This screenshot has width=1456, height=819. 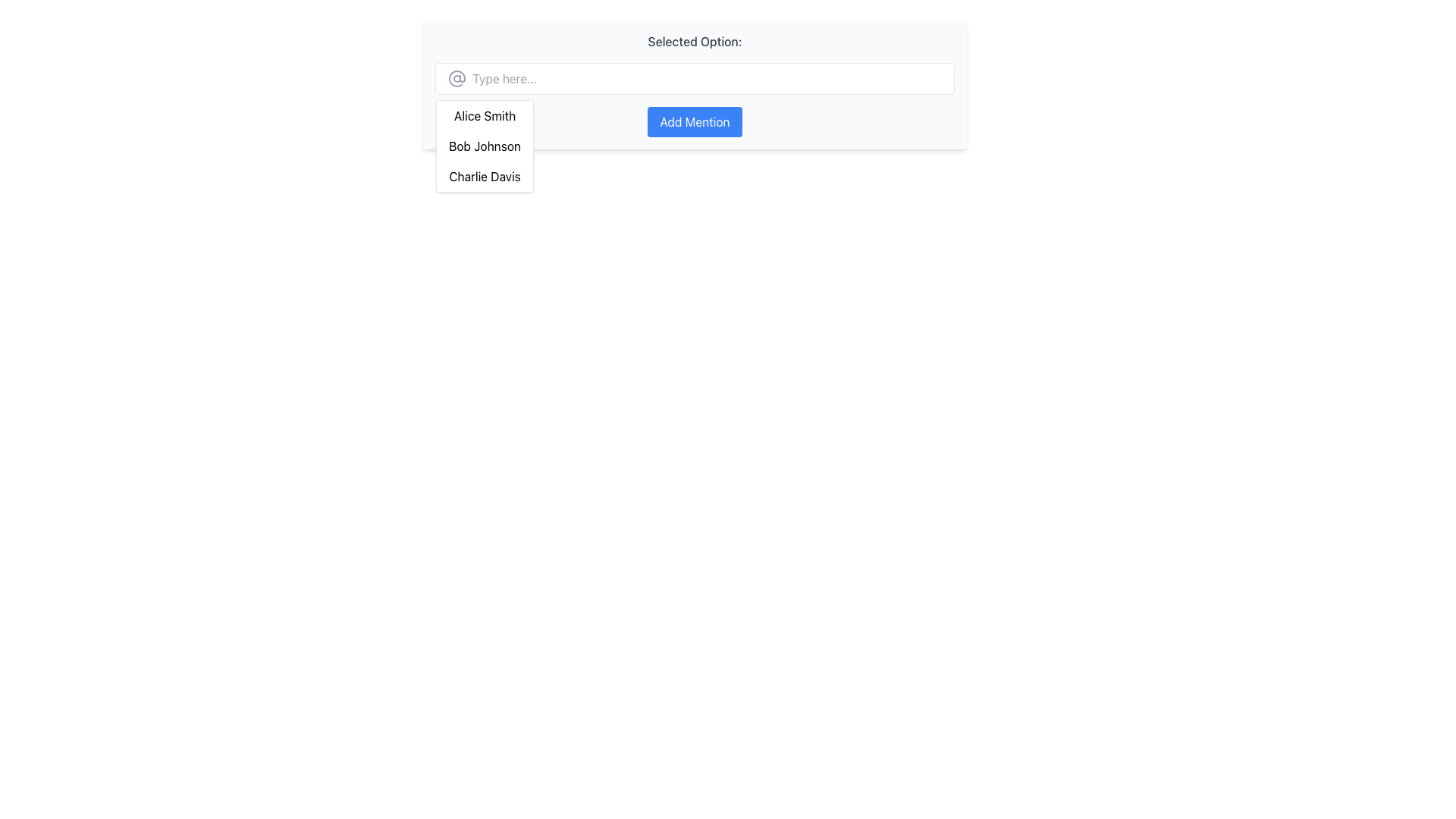 What do you see at coordinates (484, 146) in the screenshot?
I see `the dropdown menu containing the names 'Alice Smith', 'Bob Johnson', and 'Charlie Davis', which is located below the 'Type here...' text input` at bounding box center [484, 146].